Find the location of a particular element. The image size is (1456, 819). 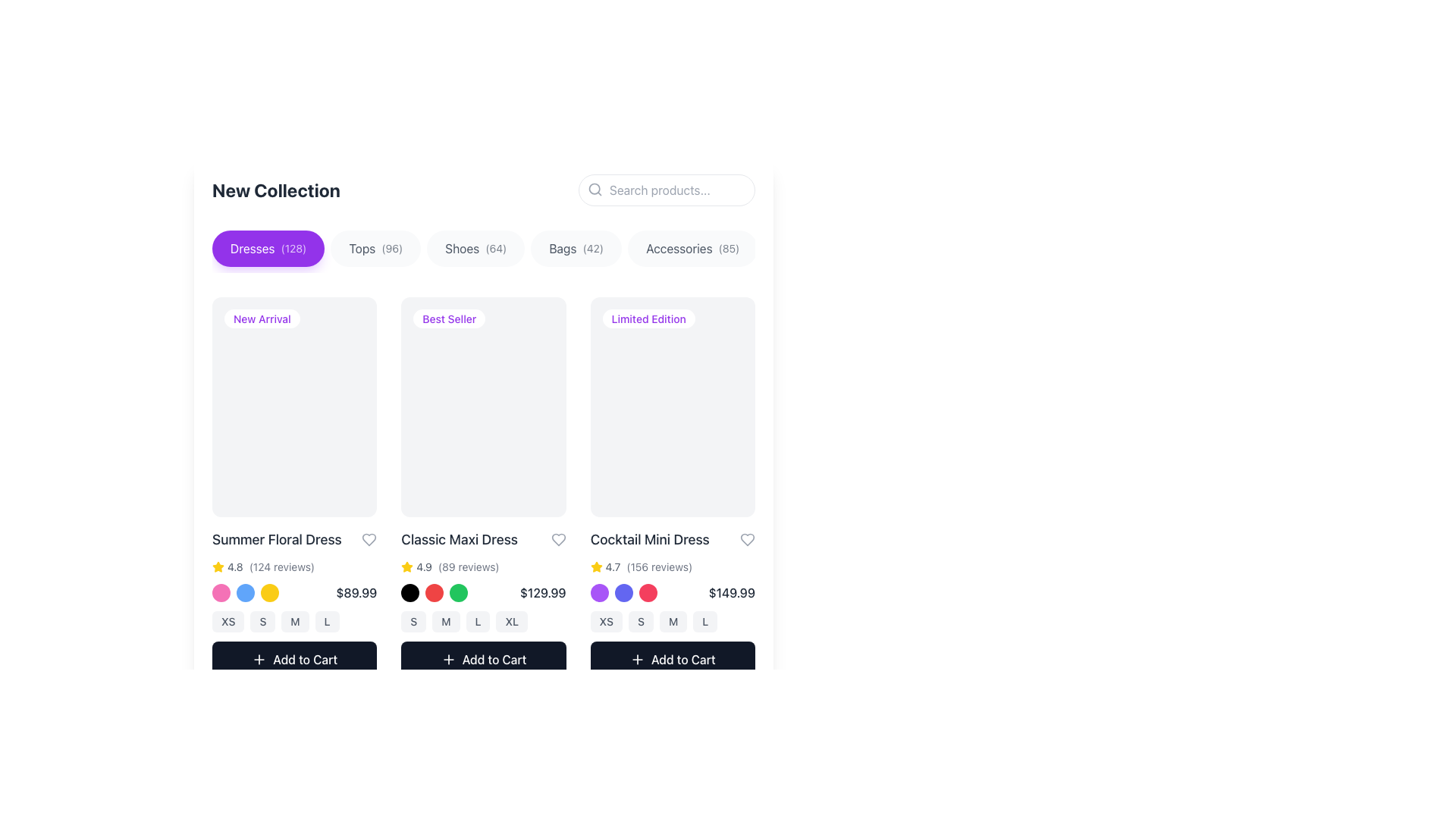

the small rectangular button labeled 'S' with a medium-sized gray font, located as the second item in the size options for the 'Cocktail Mini Dress' product card in the 'New Collection' section is located at coordinates (641, 621).